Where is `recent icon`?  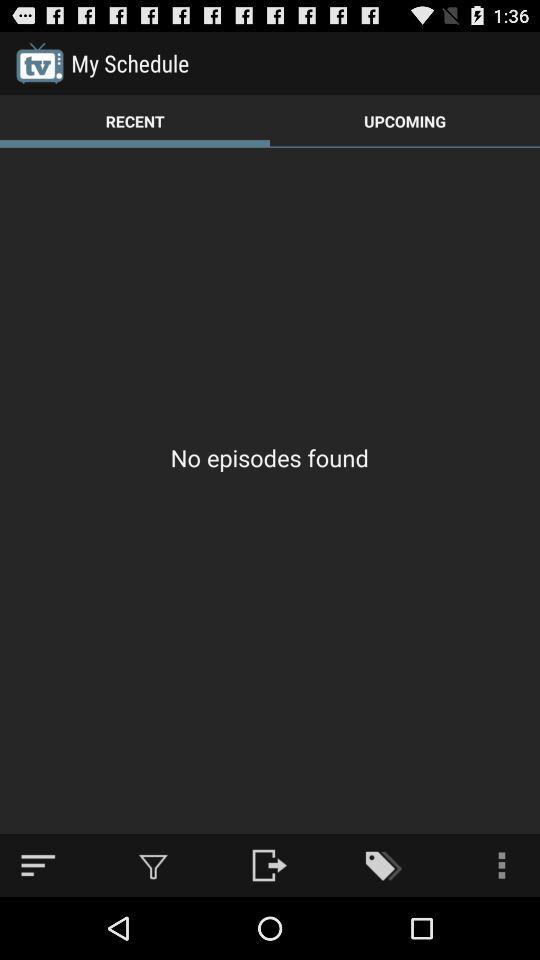
recent icon is located at coordinates (135, 120).